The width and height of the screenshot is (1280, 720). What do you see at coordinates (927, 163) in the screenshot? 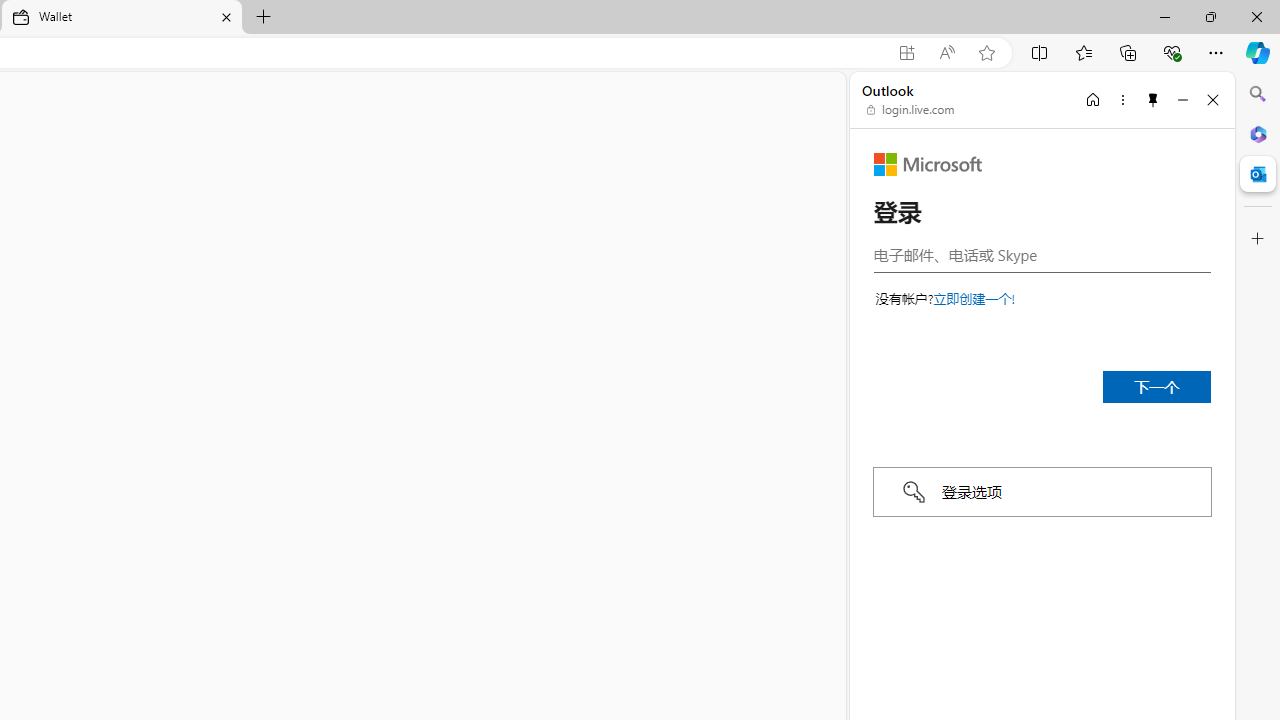
I see `'Microsoft'` at bounding box center [927, 163].